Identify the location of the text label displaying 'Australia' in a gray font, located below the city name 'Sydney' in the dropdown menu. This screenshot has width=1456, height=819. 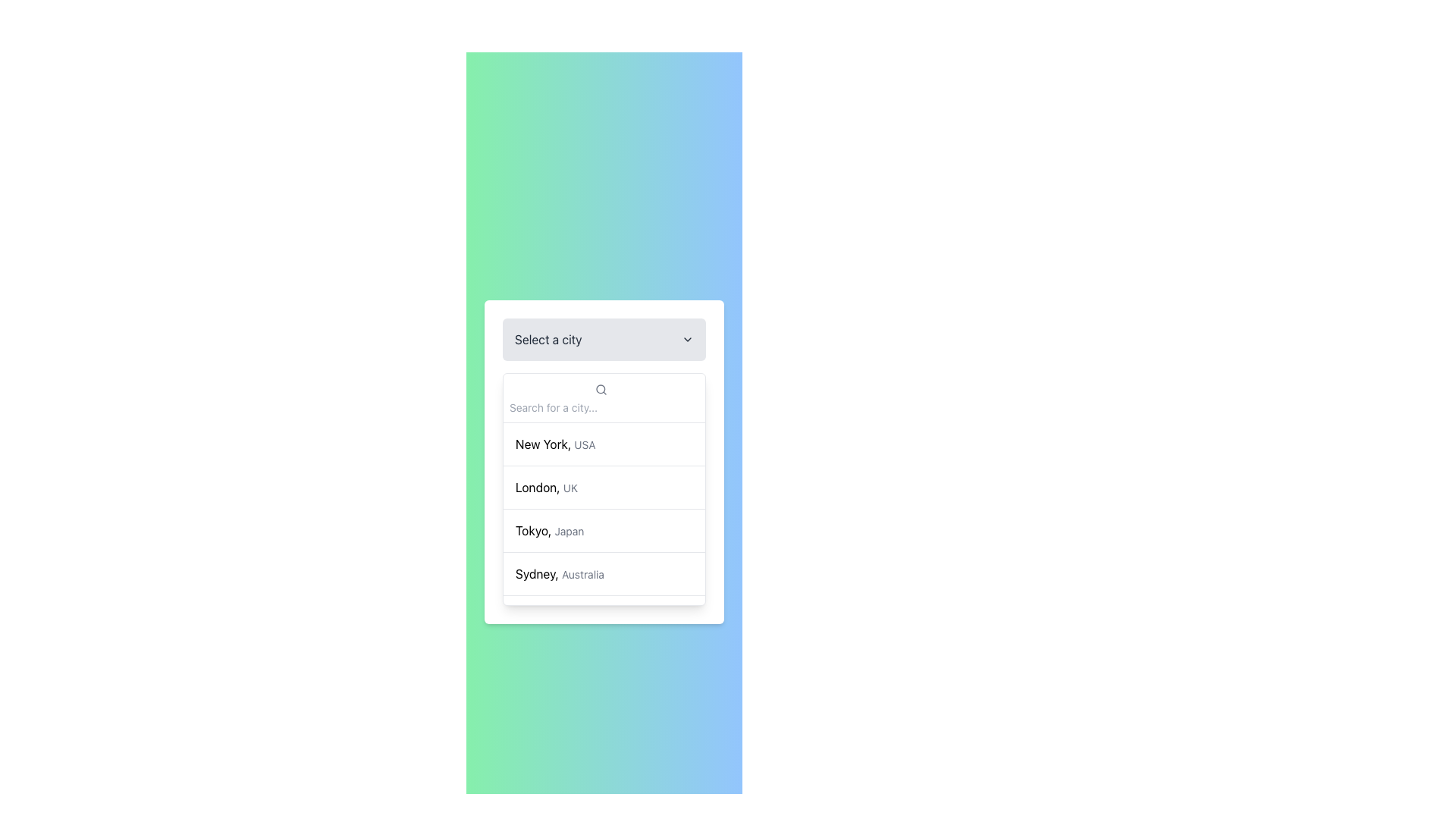
(582, 573).